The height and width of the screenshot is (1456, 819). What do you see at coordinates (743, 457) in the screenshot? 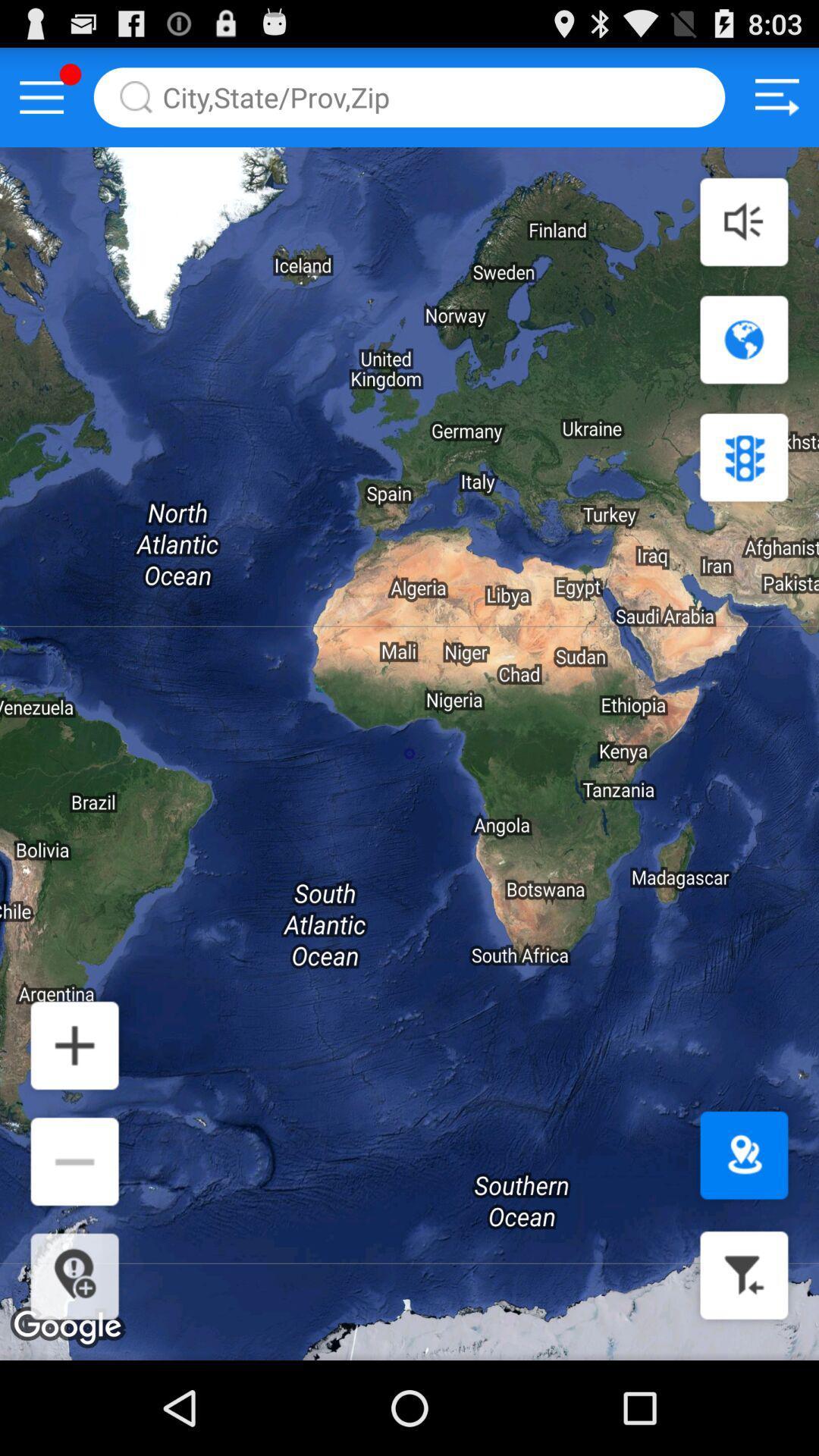
I see `he traffic lights signal icon at the right side of the page` at bounding box center [743, 457].